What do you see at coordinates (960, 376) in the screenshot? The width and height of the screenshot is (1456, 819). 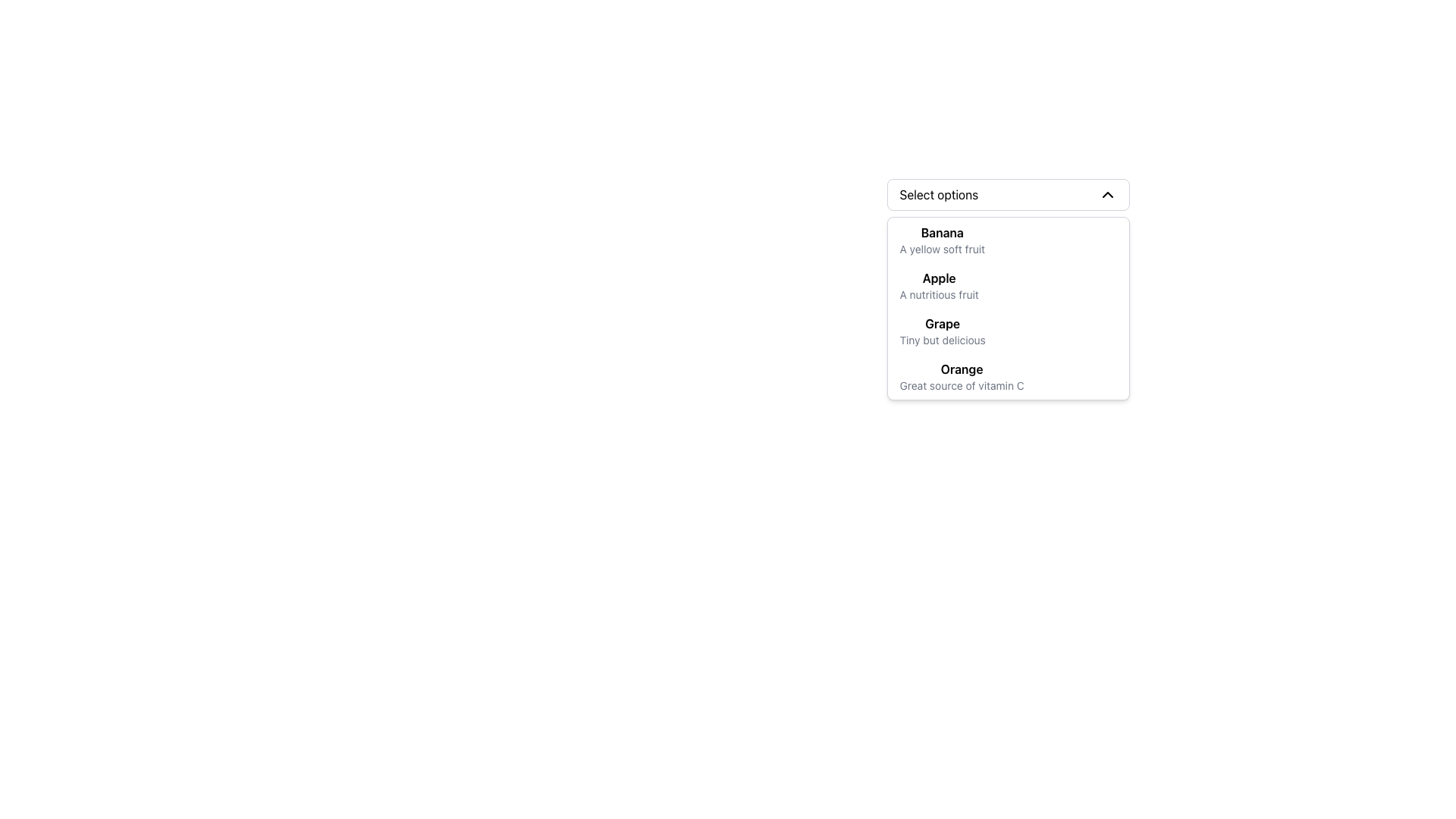 I see `the 'Orange' text block, which is the fourth option in the dropdown menu` at bounding box center [960, 376].